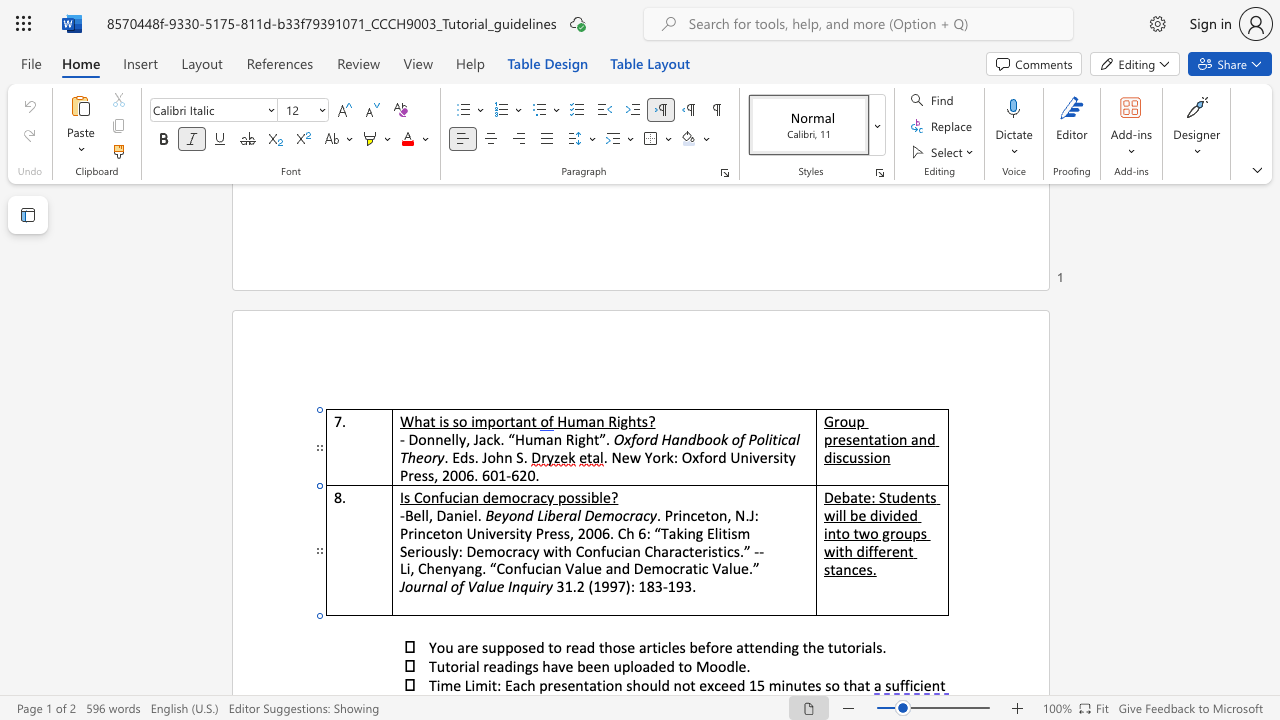  I want to click on the 2th character "o" in the text, so click(453, 585).